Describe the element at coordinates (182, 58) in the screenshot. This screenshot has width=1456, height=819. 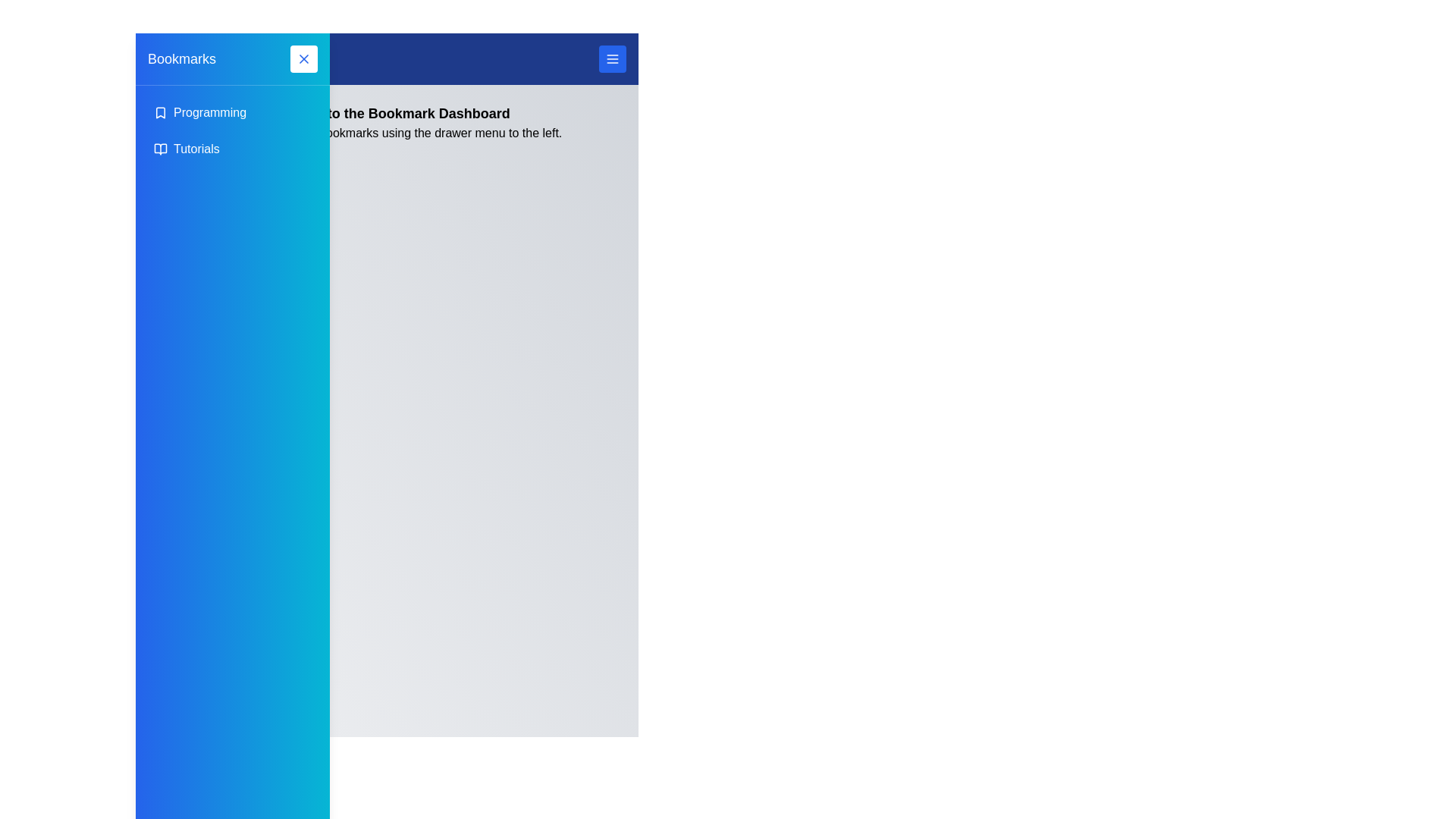
I see `the 'Bookmarks' text label, which is styled in white on a gradient blue background, positioned near the top-left corner of the interface` at that location.